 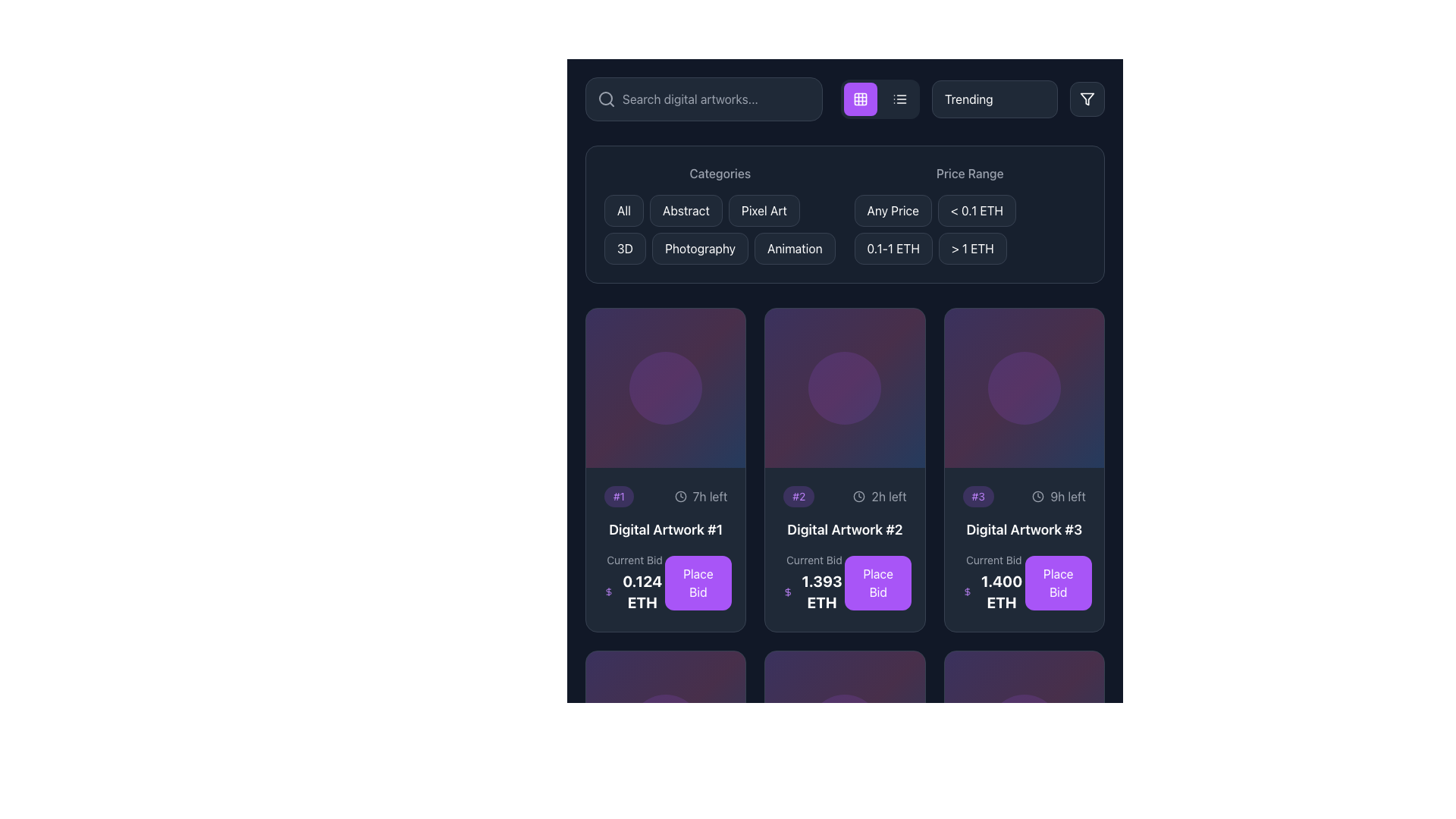 What do you see at coordinates (880, 99) in the screenshot?
I see `the Toggle group containing two buttons to switch between grid and list views, located near the top of the interface between the search bar and the dropdown menu labeled 'Trending'` at bounding box center [880, 99].